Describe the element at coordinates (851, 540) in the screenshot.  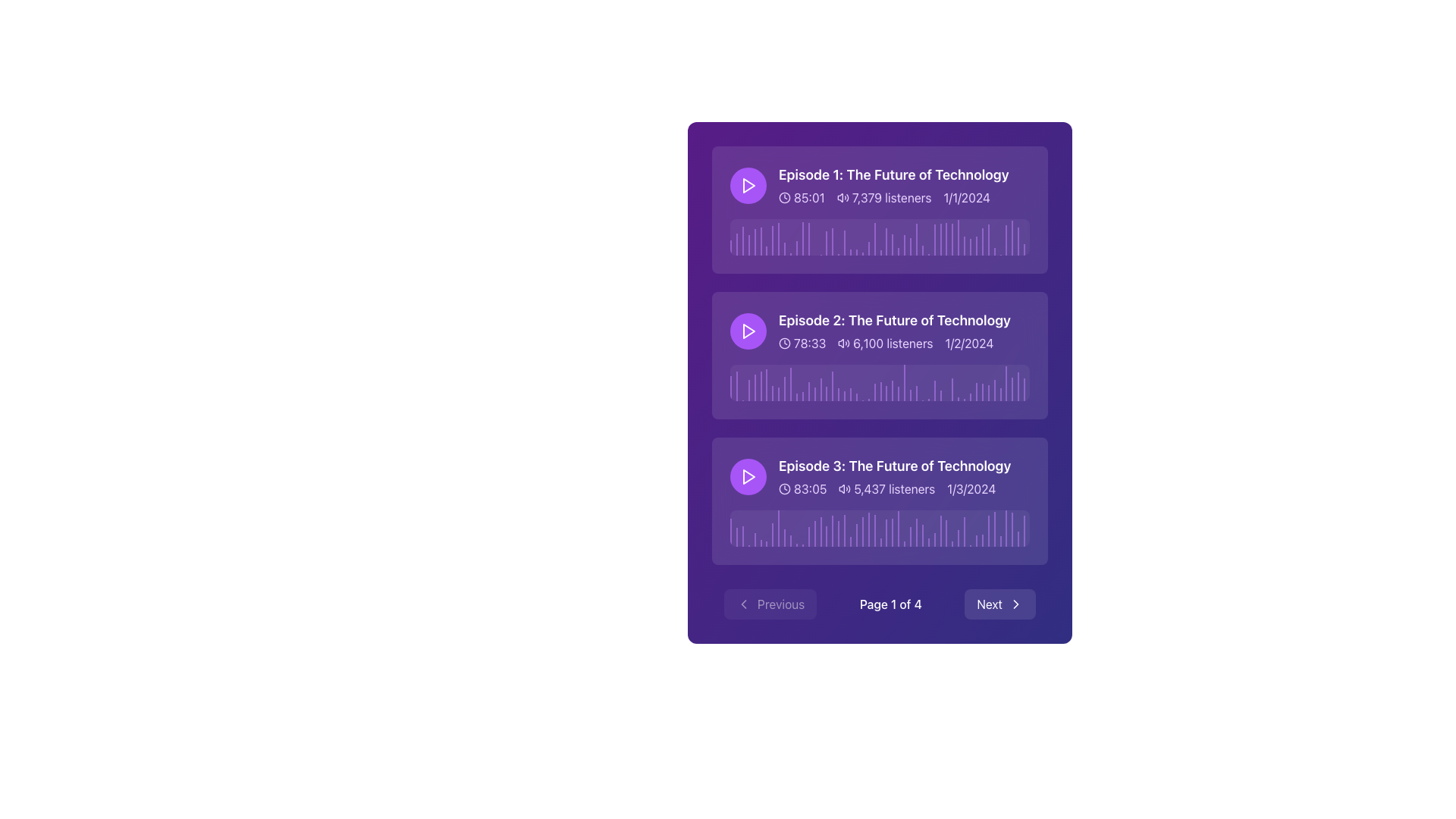
I see `the 21st vertical Waveform bar, which is a thin purple semi-transparent rectangle located below the audio track information box labeled 'Episode 3: The Future of Technology'` at that location.